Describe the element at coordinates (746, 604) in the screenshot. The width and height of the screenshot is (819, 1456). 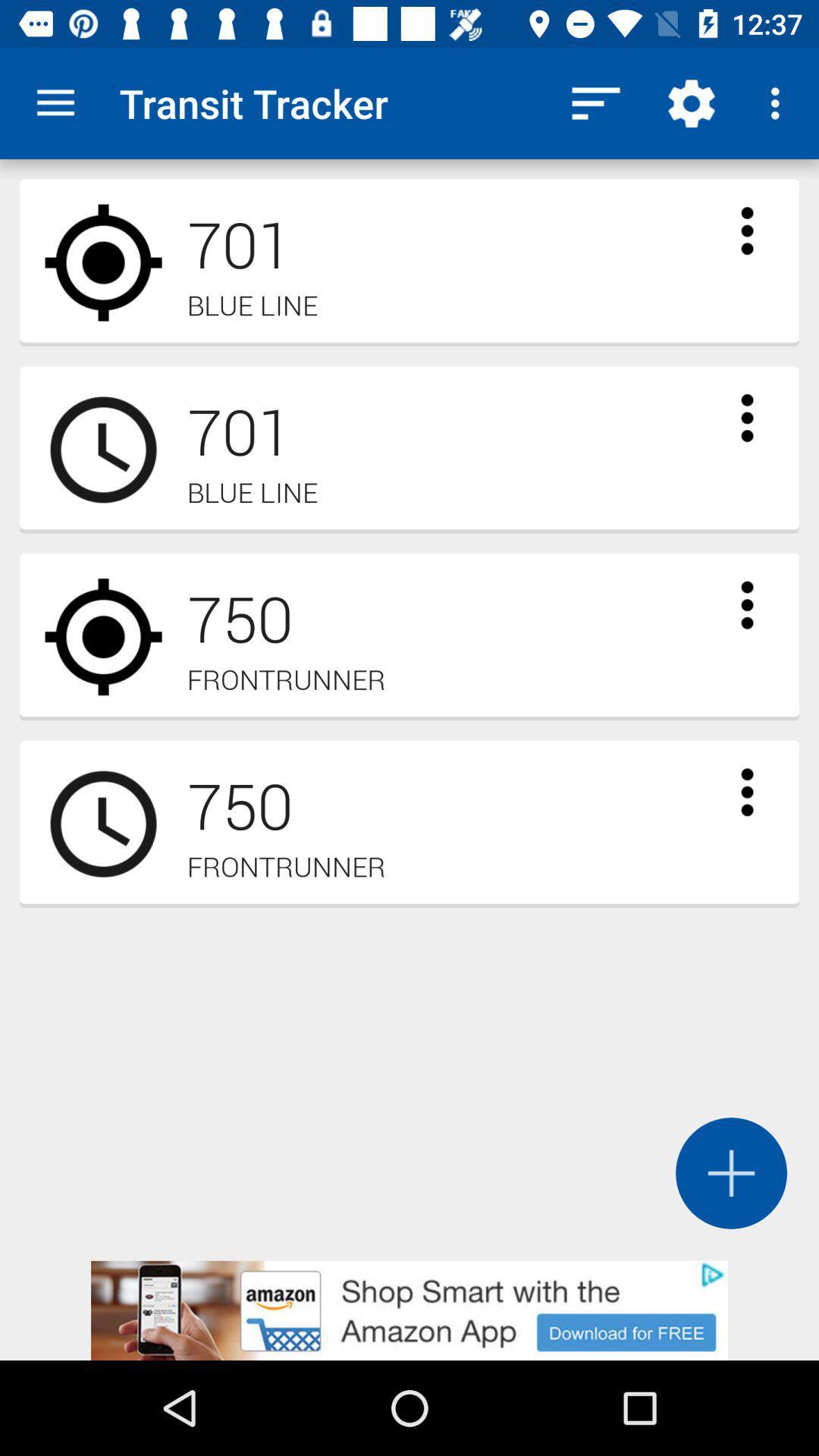
I see `open drop down menu` at that location.